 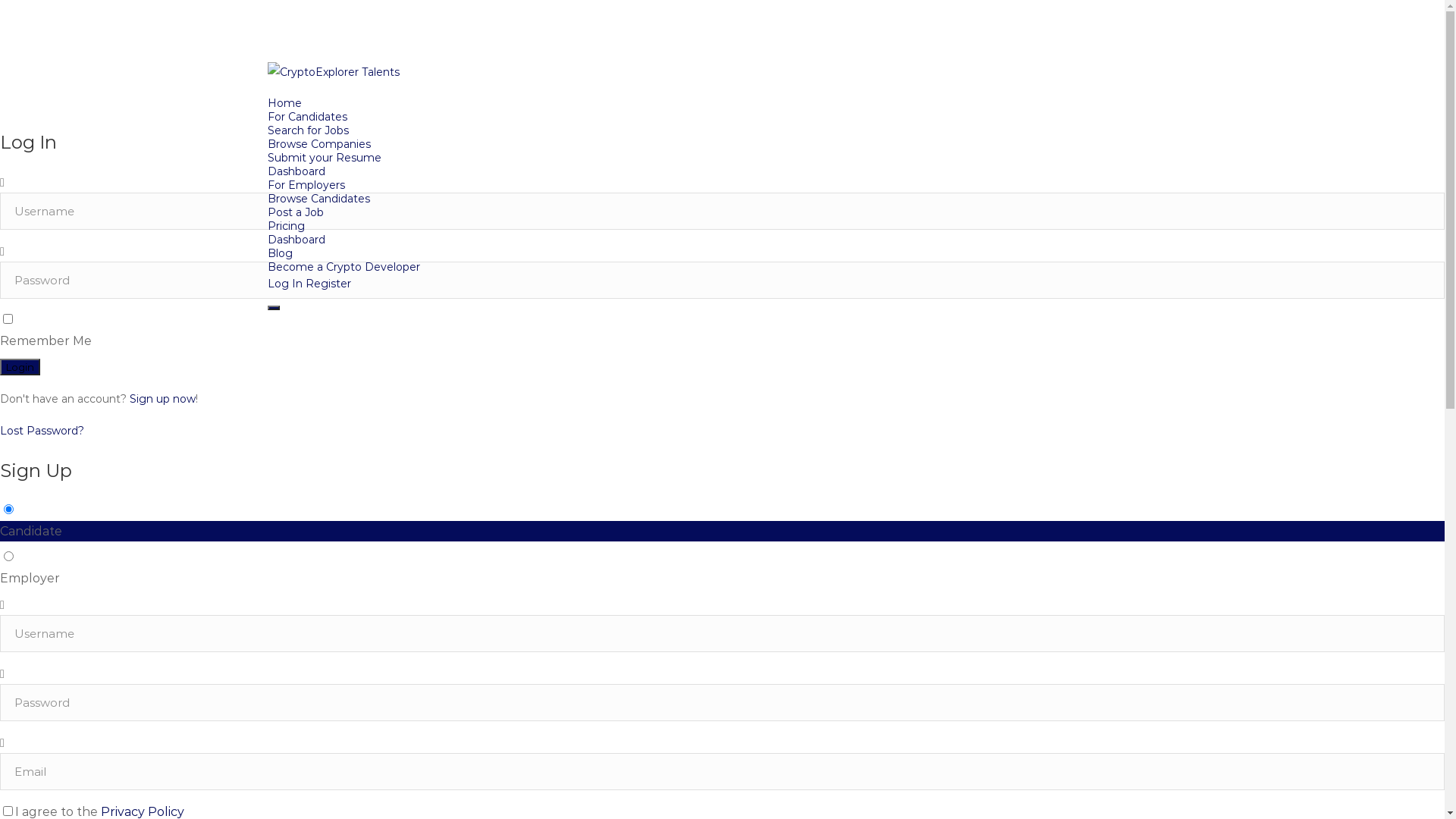 I want to click on 'Login', so click(x=20, y=366).